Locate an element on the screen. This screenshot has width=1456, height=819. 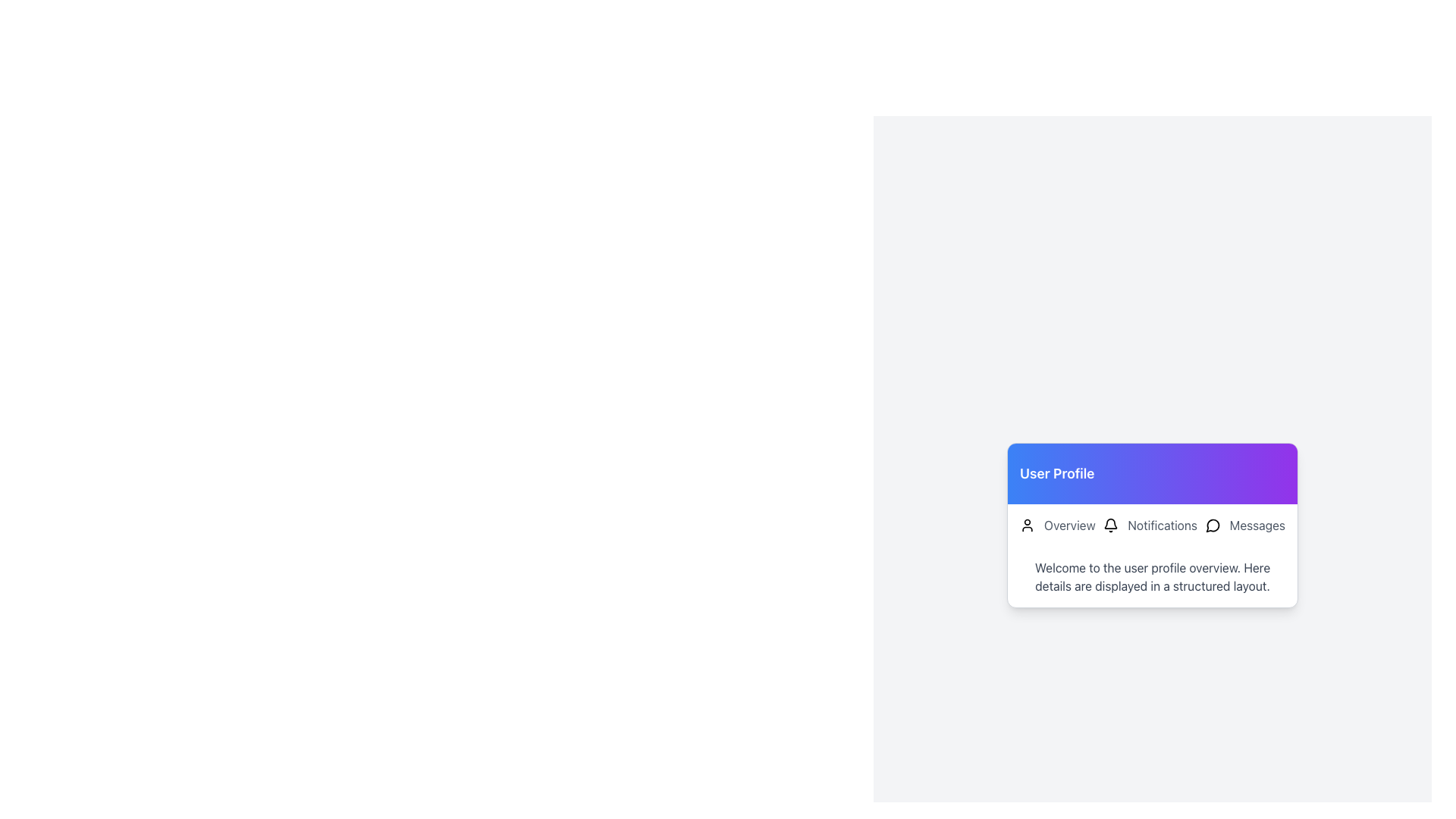
'User Profile' text label, which is styled with a white bold font and located in the upper central section of the interface against a gradient background is located at coordinates (1056, 472).